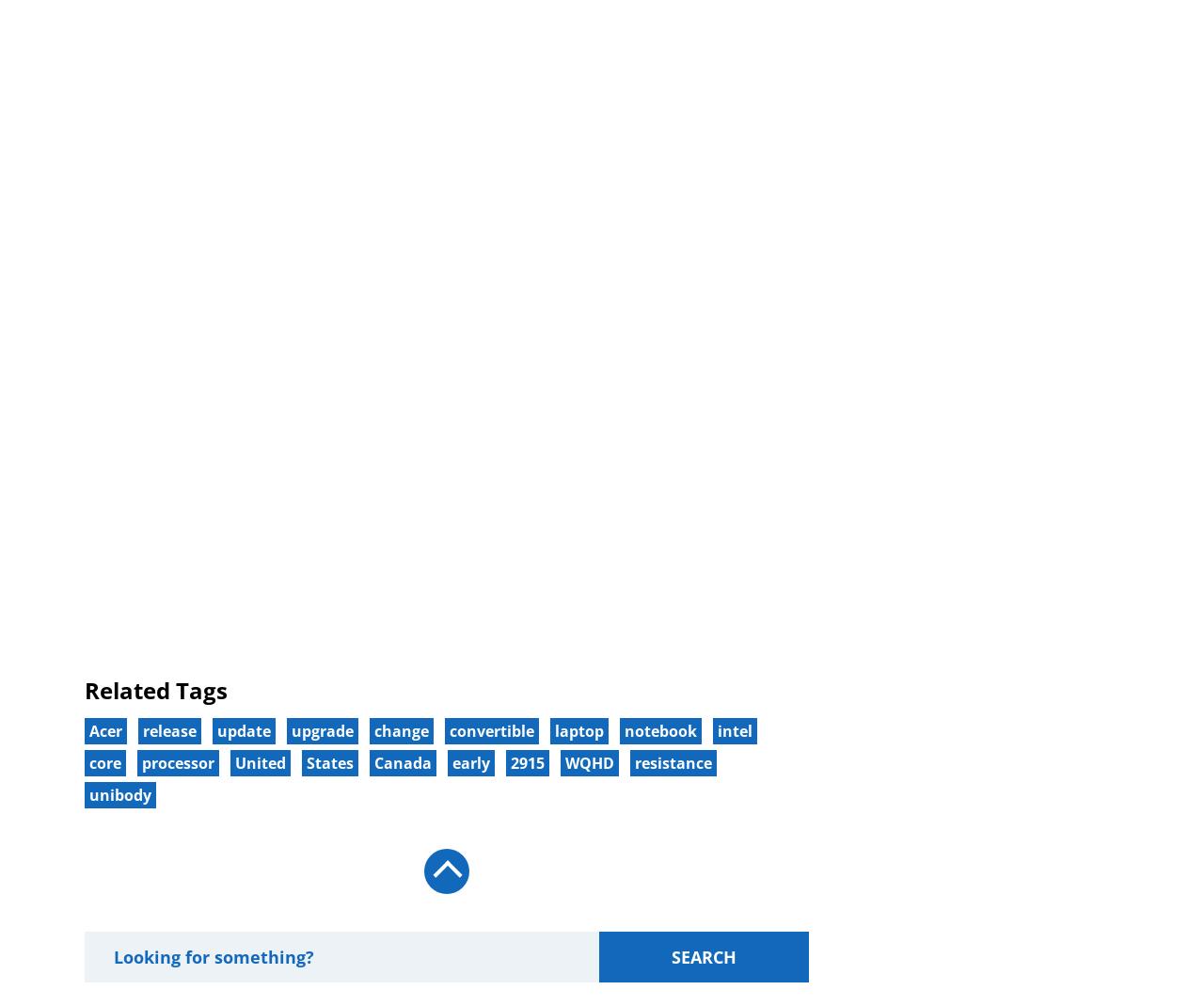 The height and width of the screenshot is (1006, 1204). What do you see at coordinates (259, 761) in the screenshot?
I see `'United'` at bounding box center [259, 761].